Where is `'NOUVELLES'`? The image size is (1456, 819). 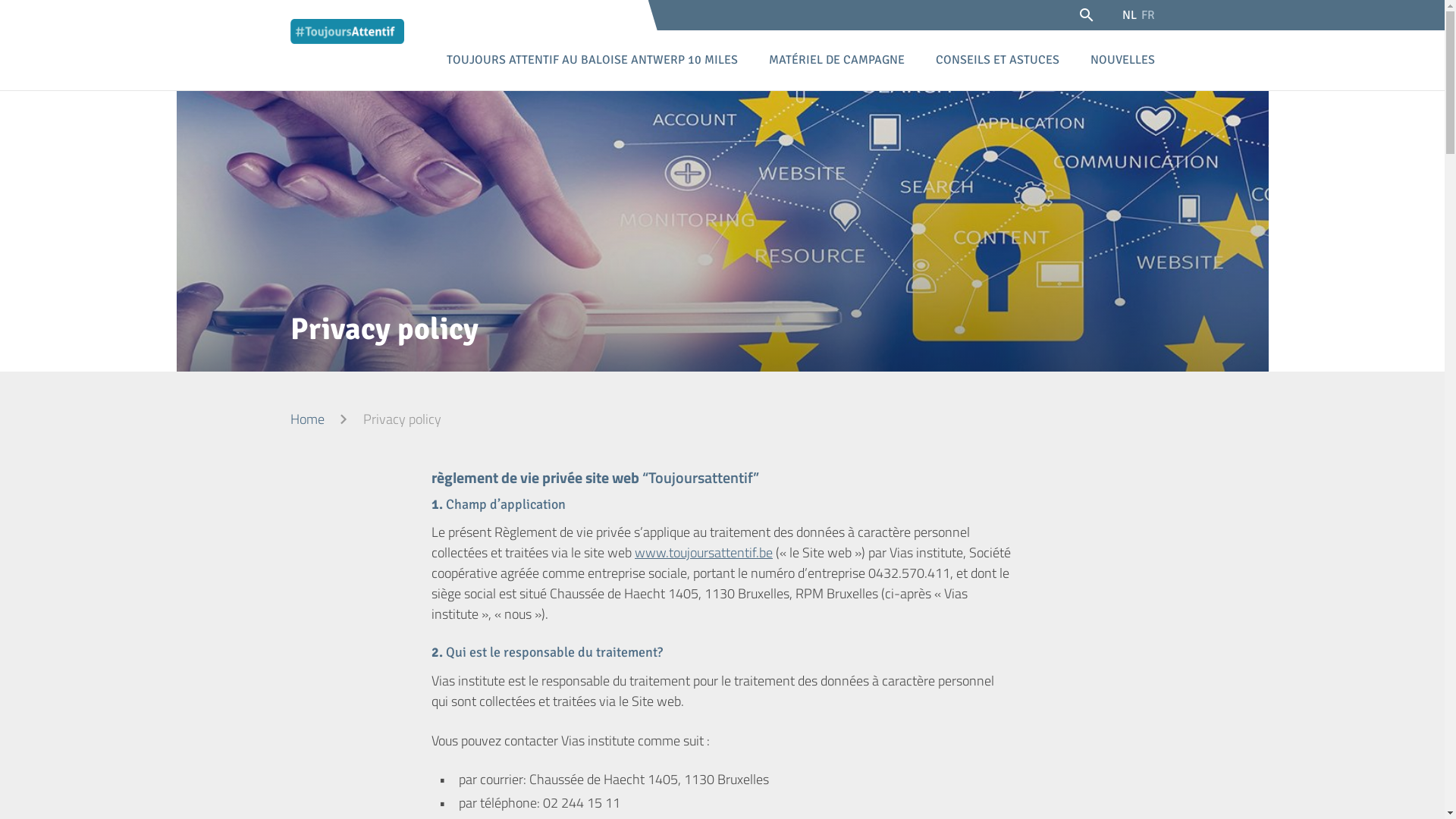 'NOUVELLES' is located at coordinates (1121, 57).